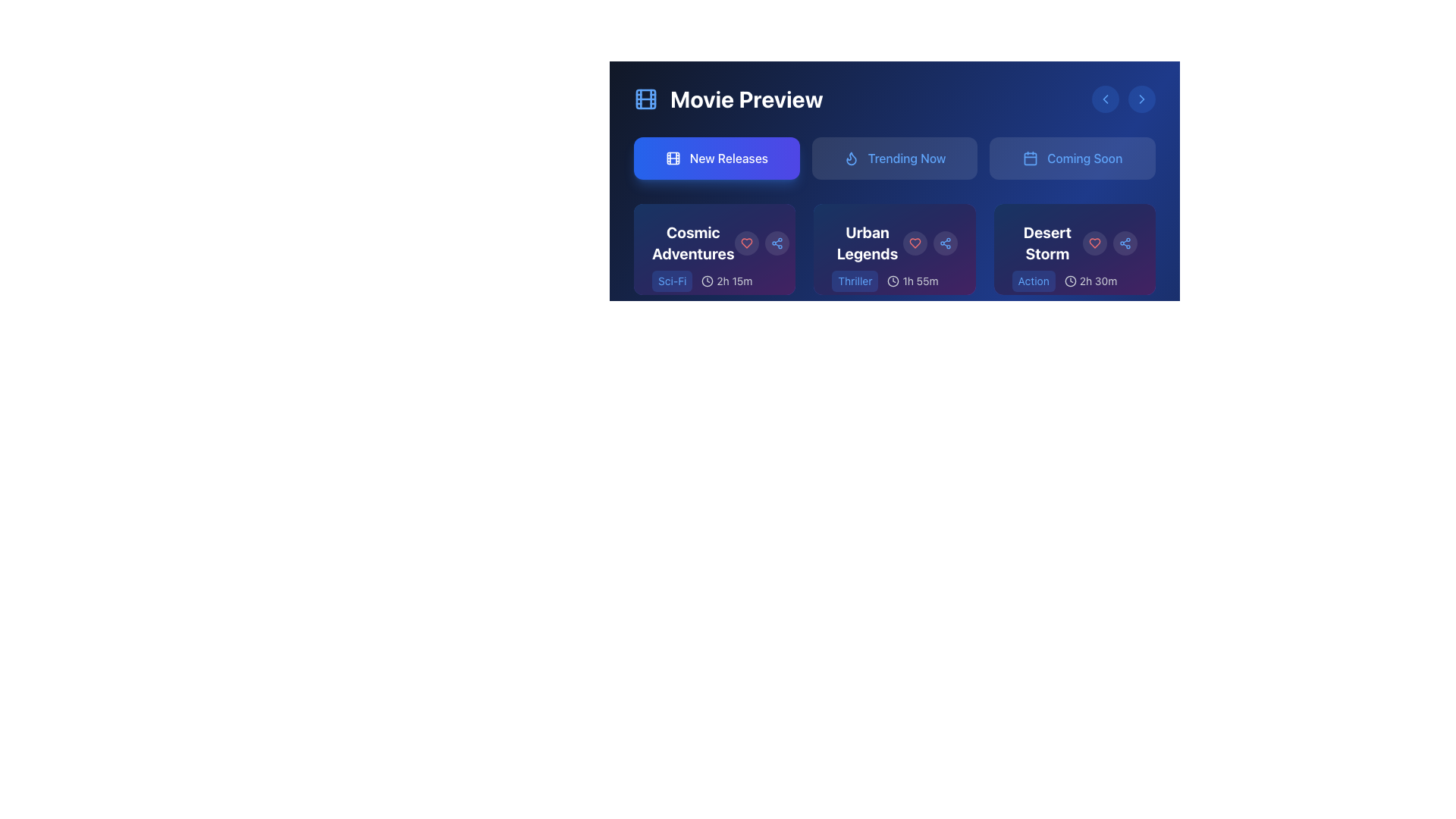 The width and height of the screenshot is (1456, 819). I want to click on the film reel icon located to the far left of the header section, adjacent to the 'Movie Preview' text, so click(645, 99).